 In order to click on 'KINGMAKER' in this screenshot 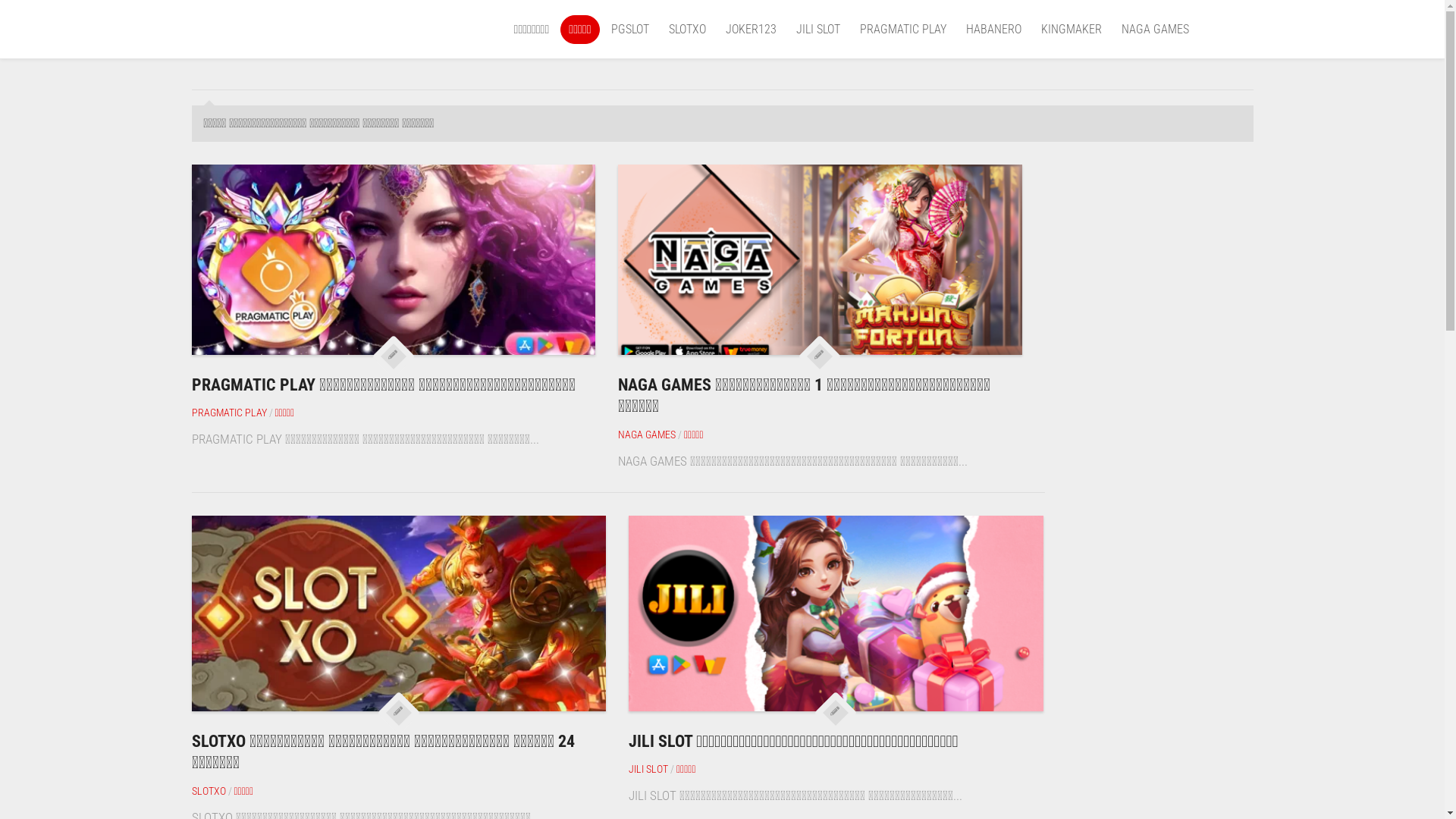, I will do `click(1069, 29)`.